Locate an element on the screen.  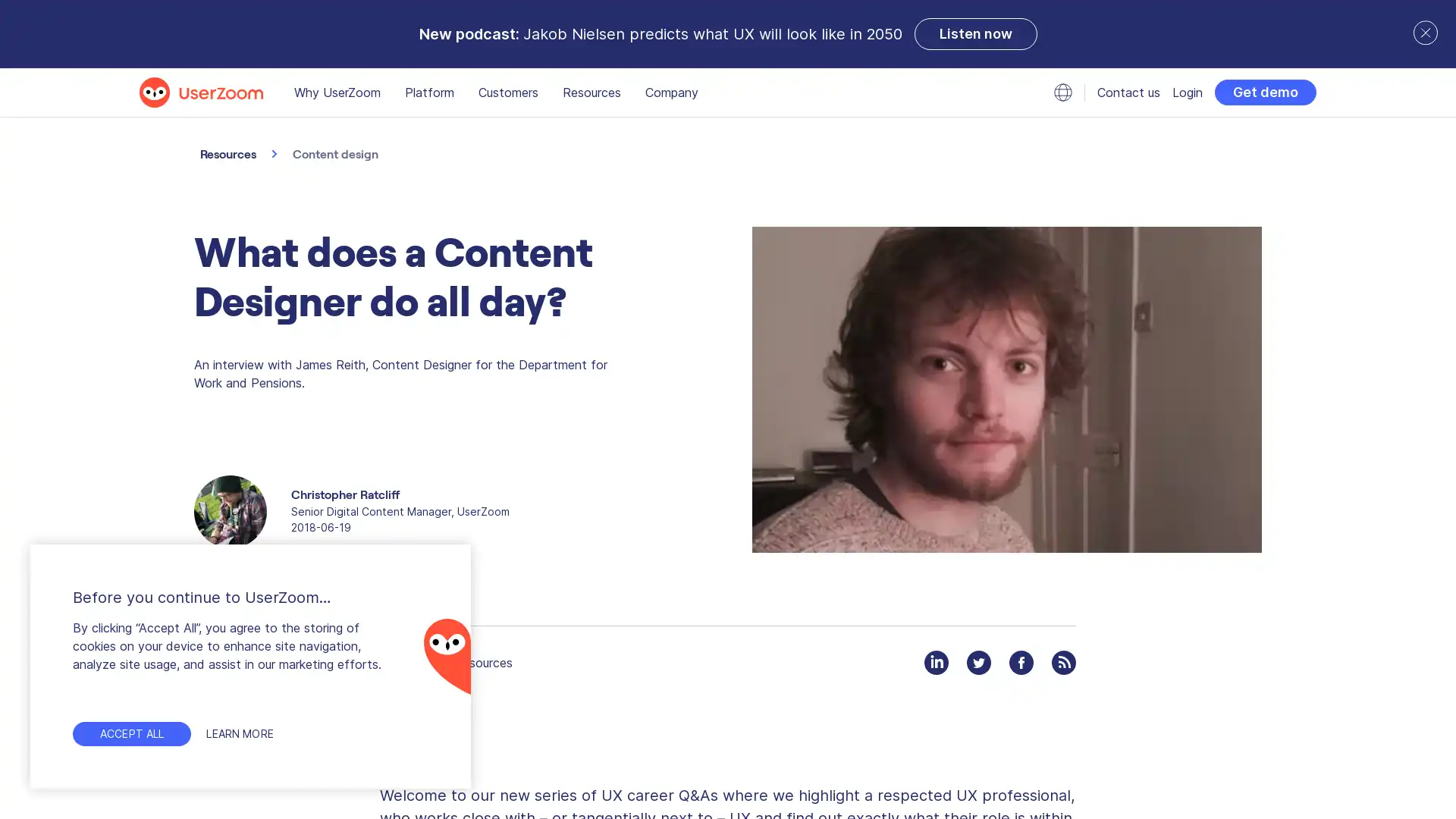
Customers is located at coordinates (508, 93).